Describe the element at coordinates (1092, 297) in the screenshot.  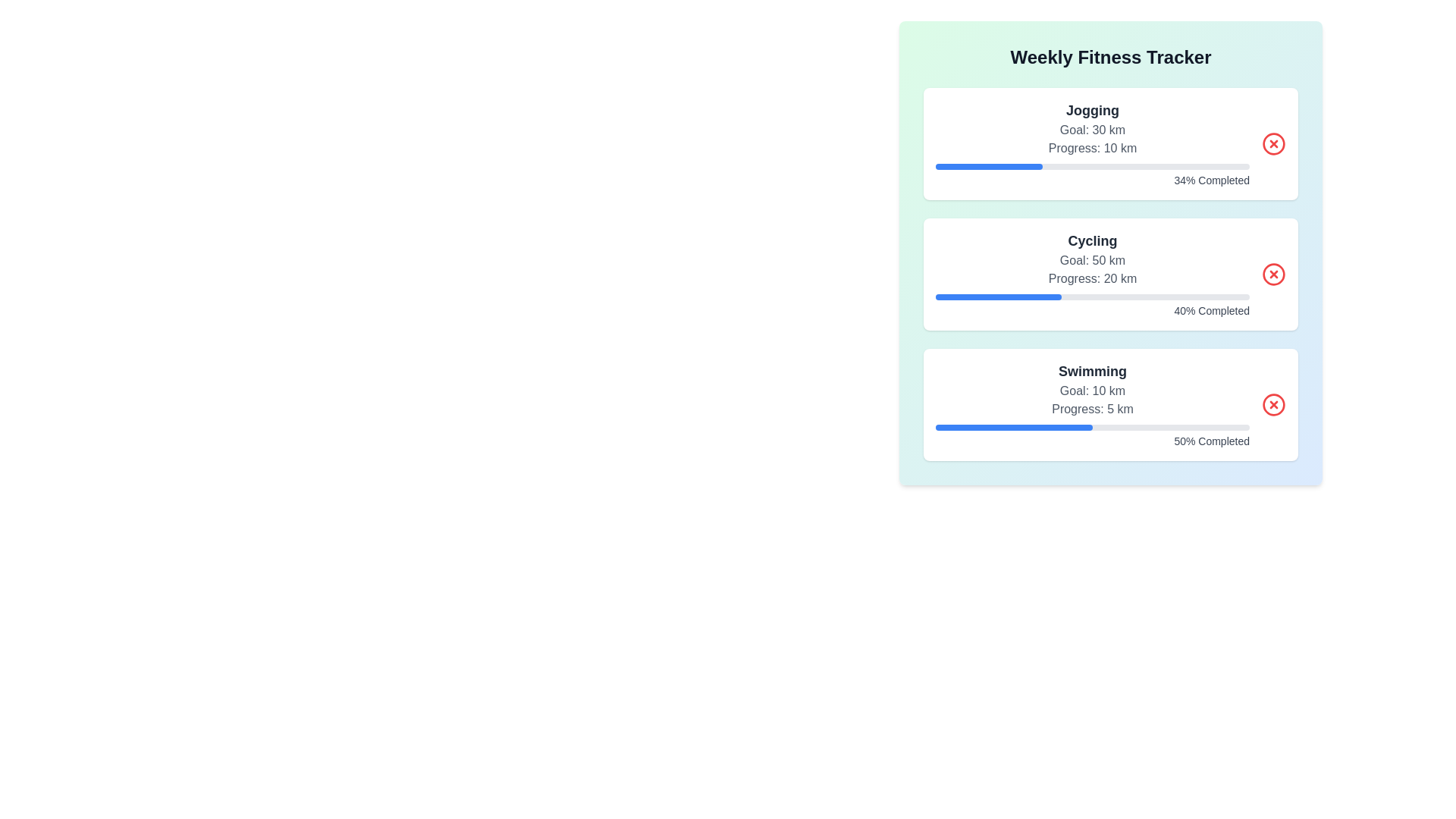
I see `the progress bar representing the 'Cycling' activity, which shows current progress at 20 km and is located beneath 'Progress: 20 km' and above '40% Completed'` at that location.